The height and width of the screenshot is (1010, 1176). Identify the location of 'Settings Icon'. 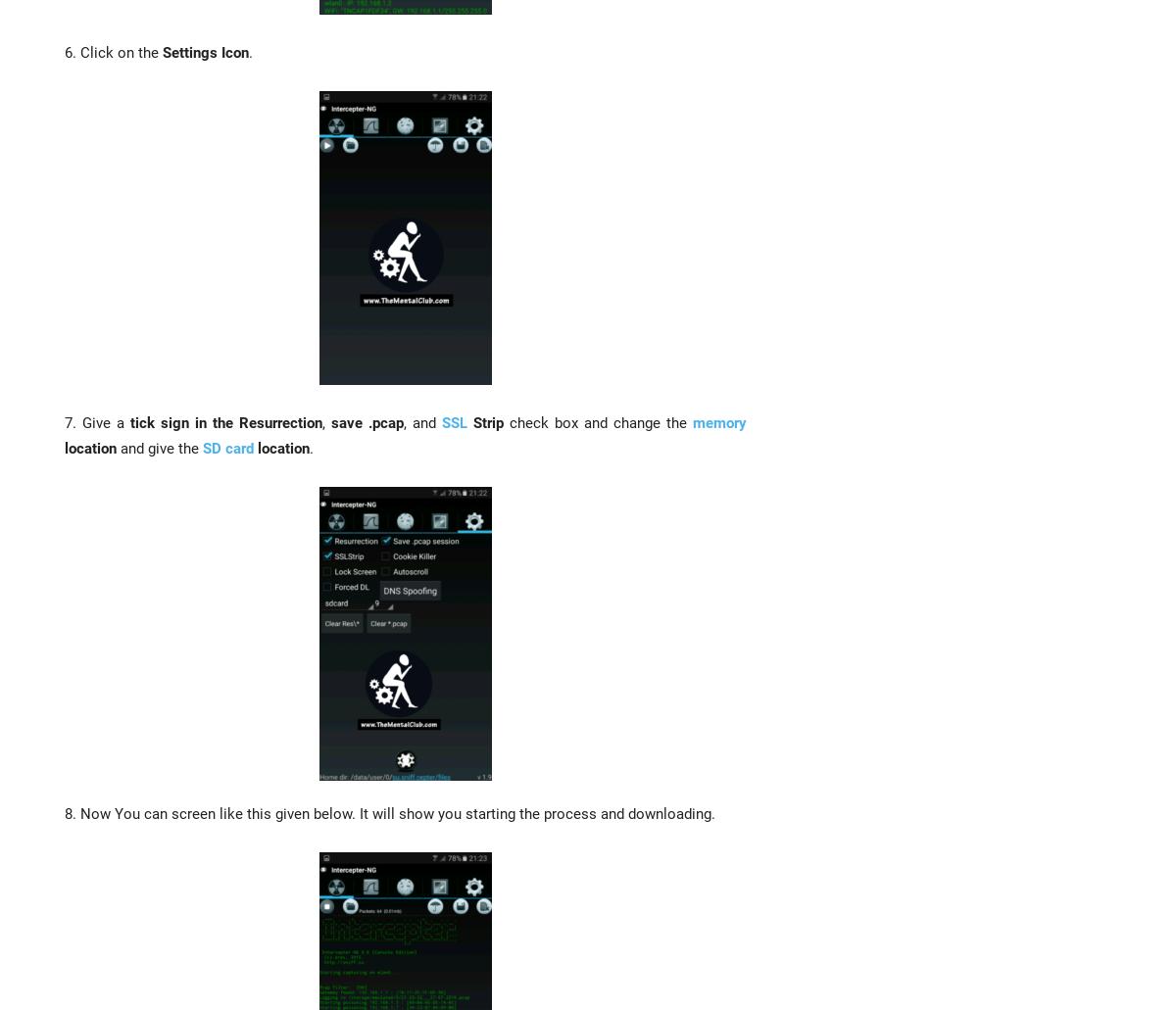
(205, 51).